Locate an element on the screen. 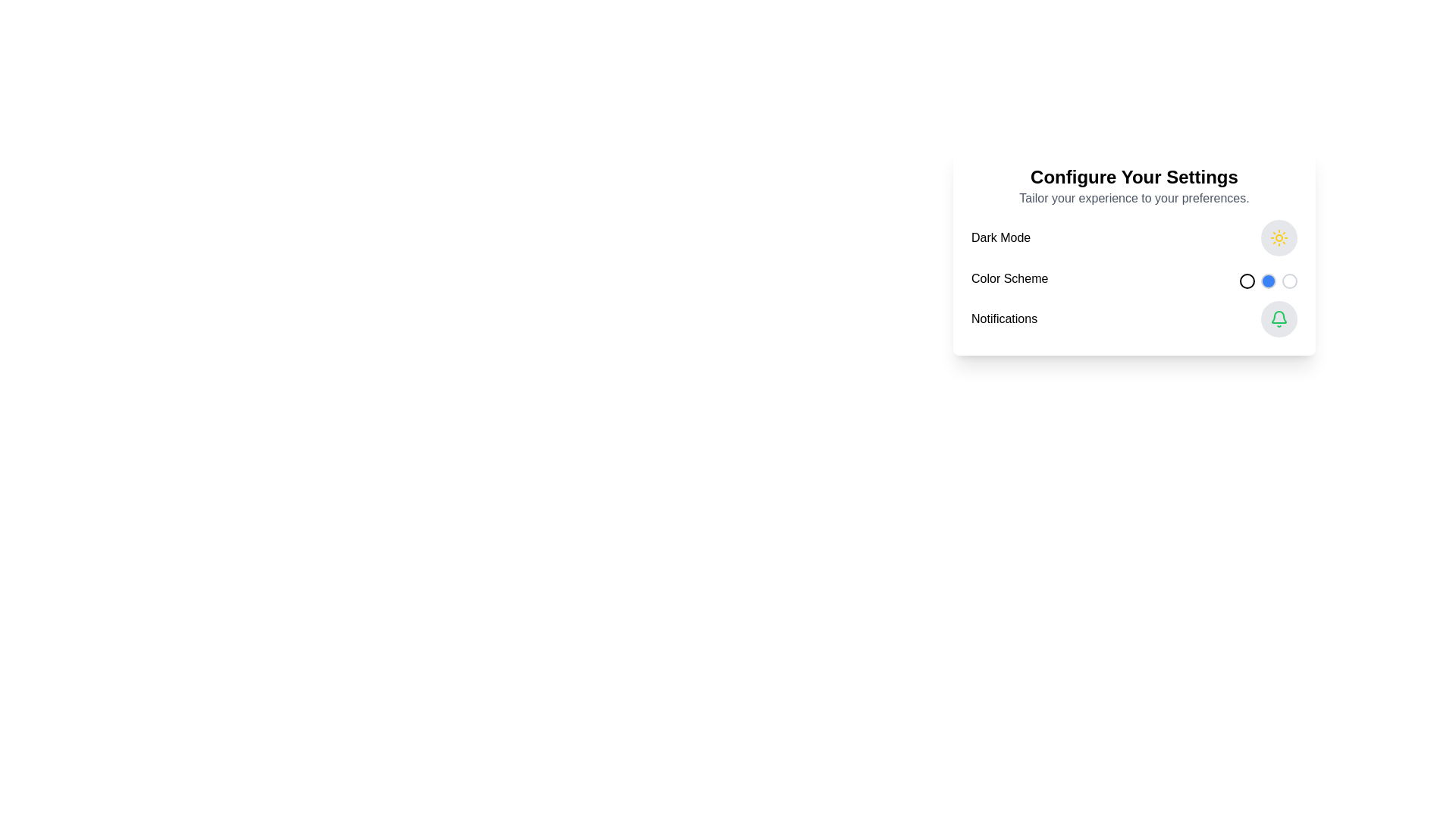 This screenshot has height=819, width=1456. the text label displaying 'Configure Your Settings', which is a bold and large font header located at the top-center of the configuration dialog box is located at coordinates (1134, 177).